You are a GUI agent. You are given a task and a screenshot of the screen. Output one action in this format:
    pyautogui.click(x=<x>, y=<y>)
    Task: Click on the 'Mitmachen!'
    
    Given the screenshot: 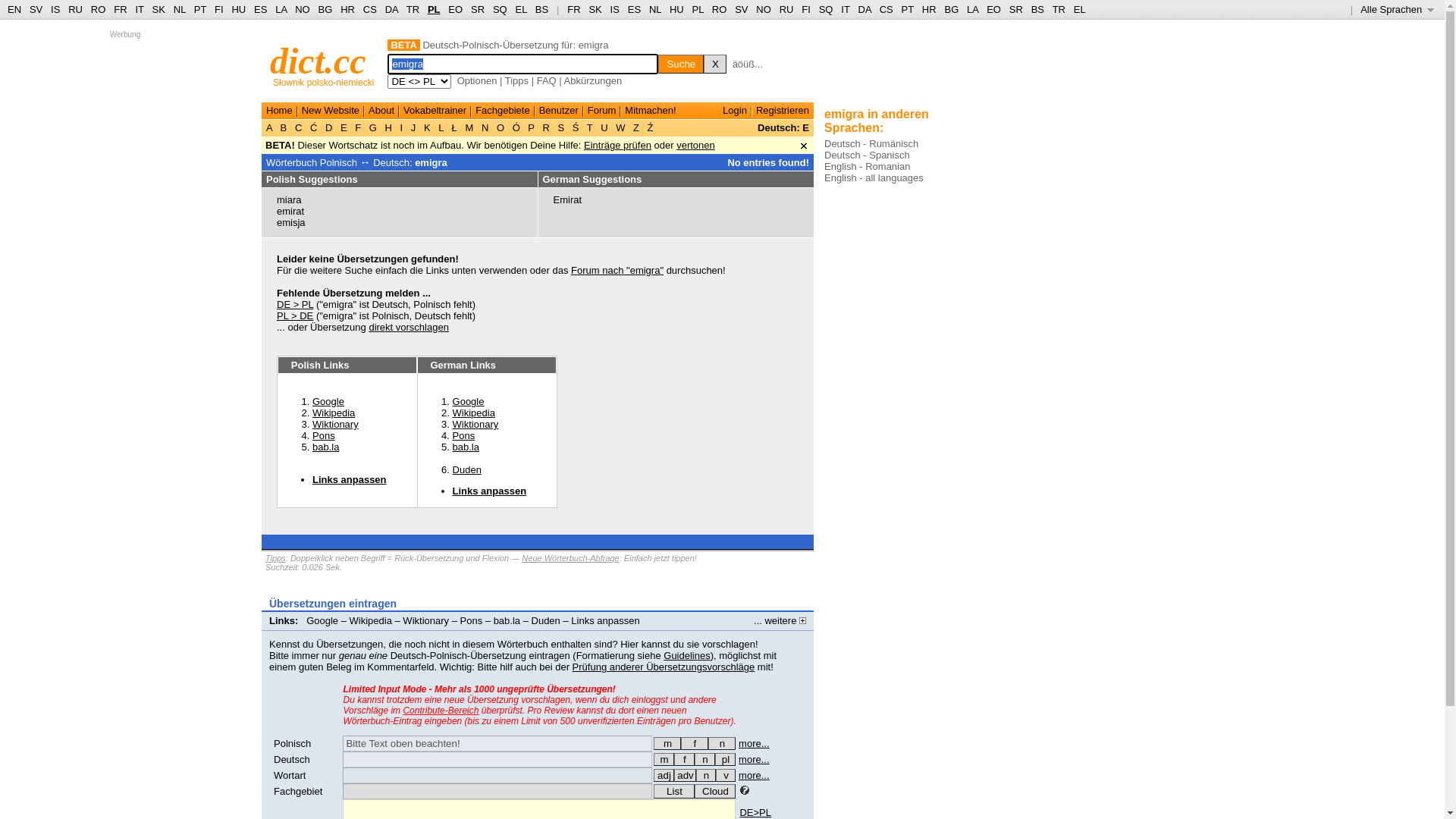 What is the action you would take?
    pyautogui.click(x=650, y=109)
    